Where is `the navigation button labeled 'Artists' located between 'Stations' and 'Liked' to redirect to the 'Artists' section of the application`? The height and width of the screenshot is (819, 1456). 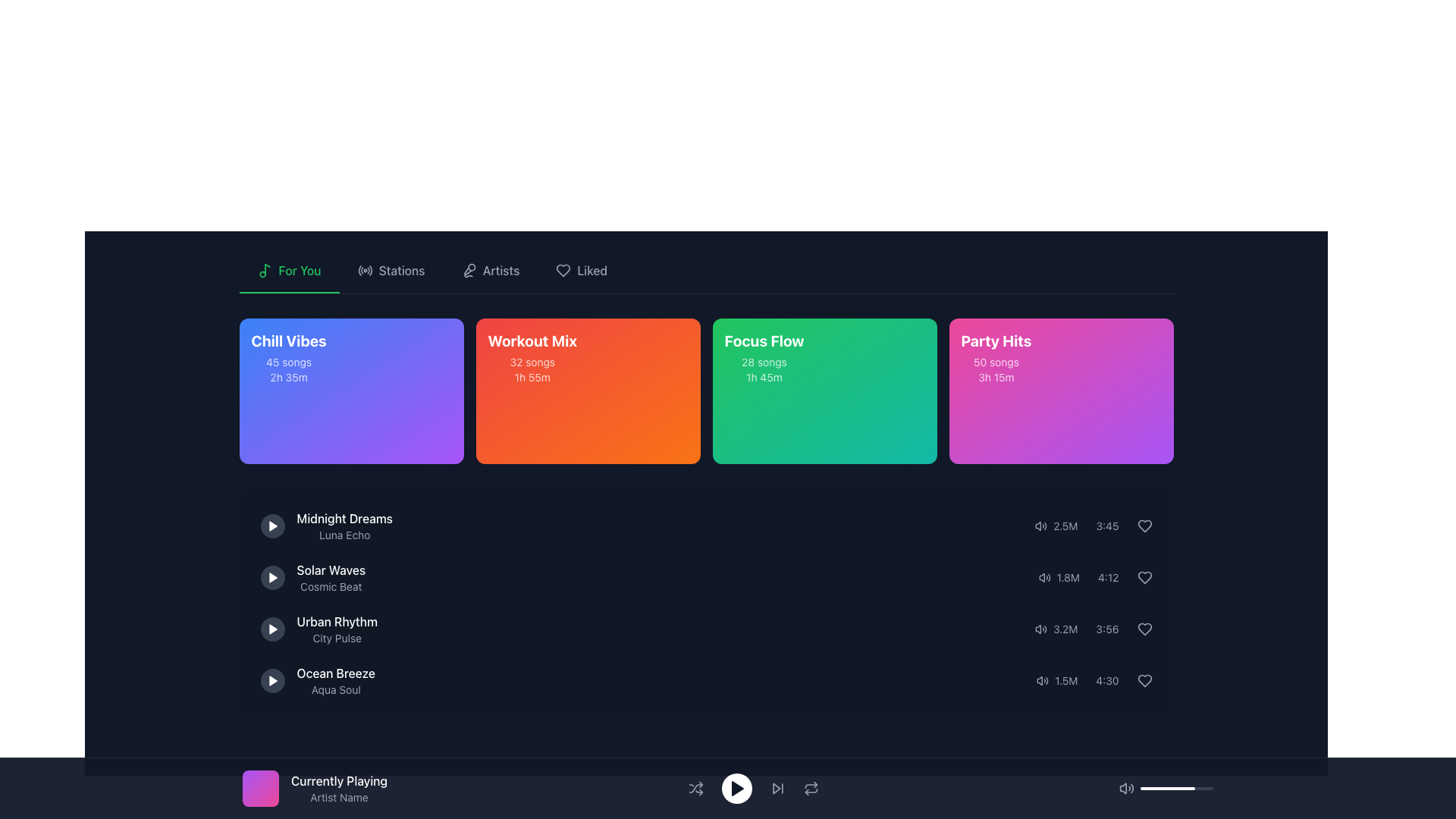
the navigation button labeled 'Artists' located between 'Stations' and 'Liked' to redirect to the 'Artists' section of the application is located at coordinates (491, 271).